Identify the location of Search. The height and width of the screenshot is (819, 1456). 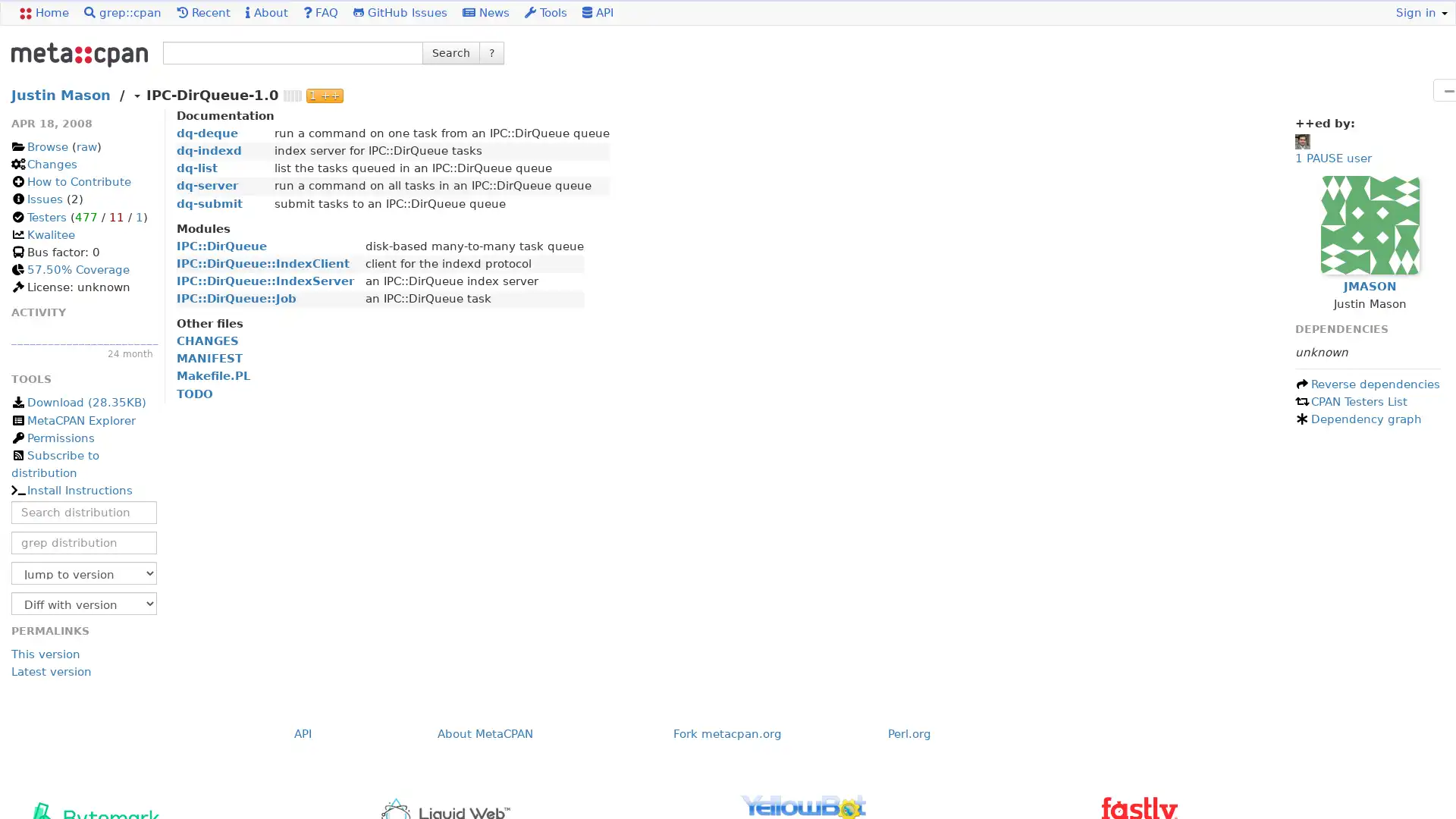
(450, 52).